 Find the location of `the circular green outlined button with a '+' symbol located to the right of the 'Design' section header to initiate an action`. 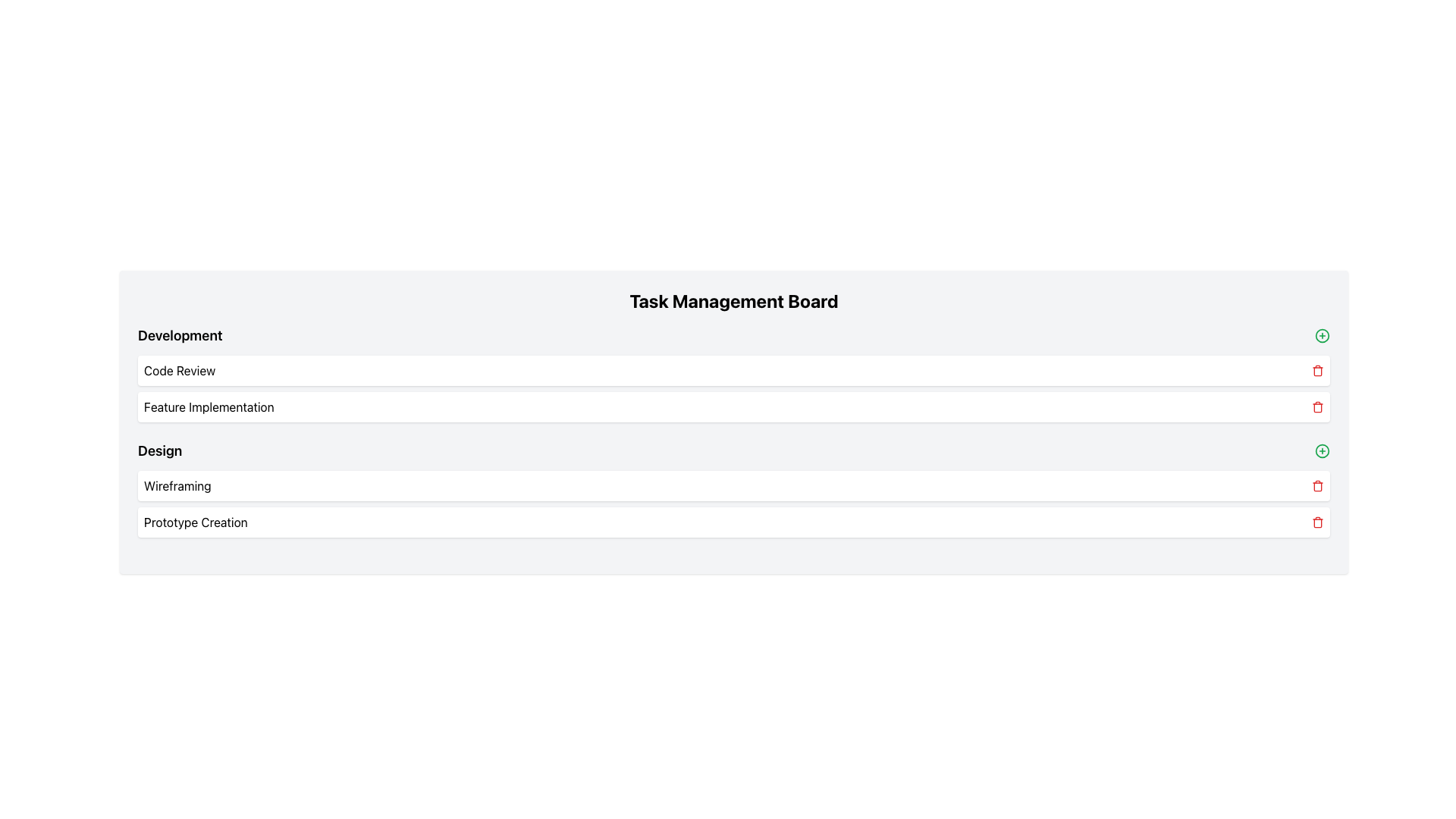

the circular green outlined button with a '+' symbol located to the right of the 'Design' section header to initiate an action is located at coordinates (1321, 450).